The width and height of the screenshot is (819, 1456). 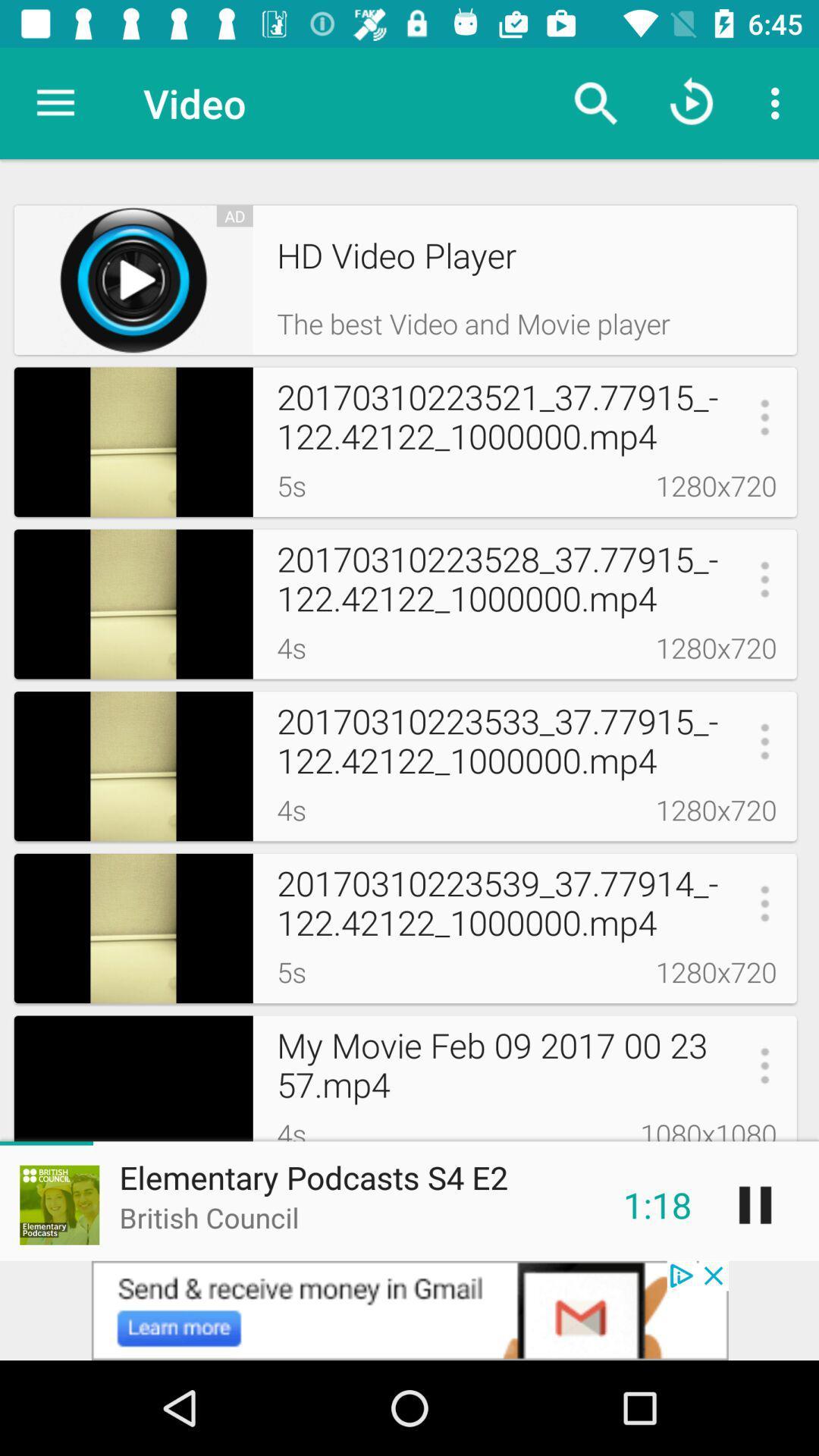 What do you see at coordinates (409, 1310) in the screenshot?
I see `advertisement` at bounding box center [409, 1310].